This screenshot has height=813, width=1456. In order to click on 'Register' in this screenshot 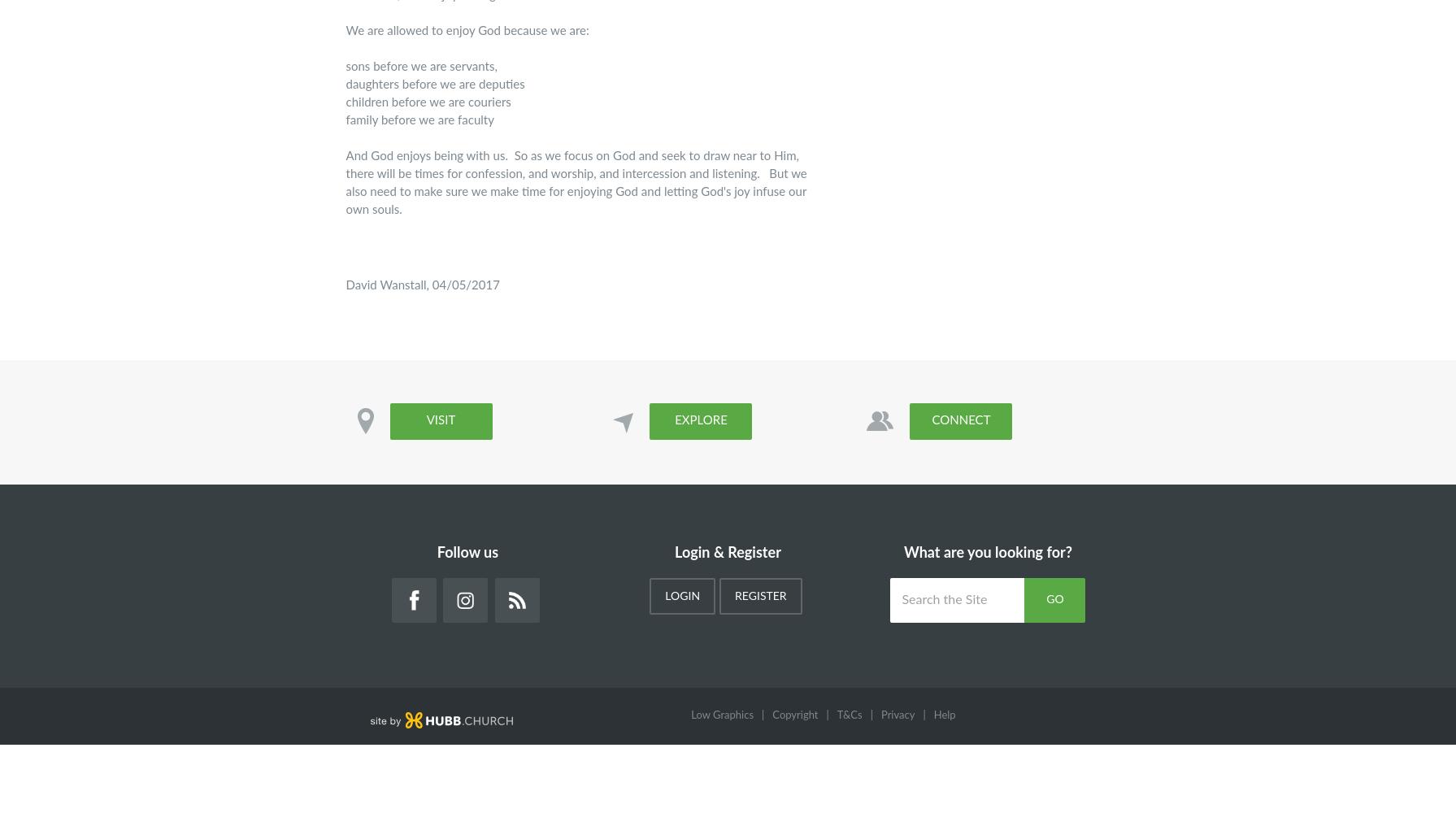, I will do `click(733, 596)`.